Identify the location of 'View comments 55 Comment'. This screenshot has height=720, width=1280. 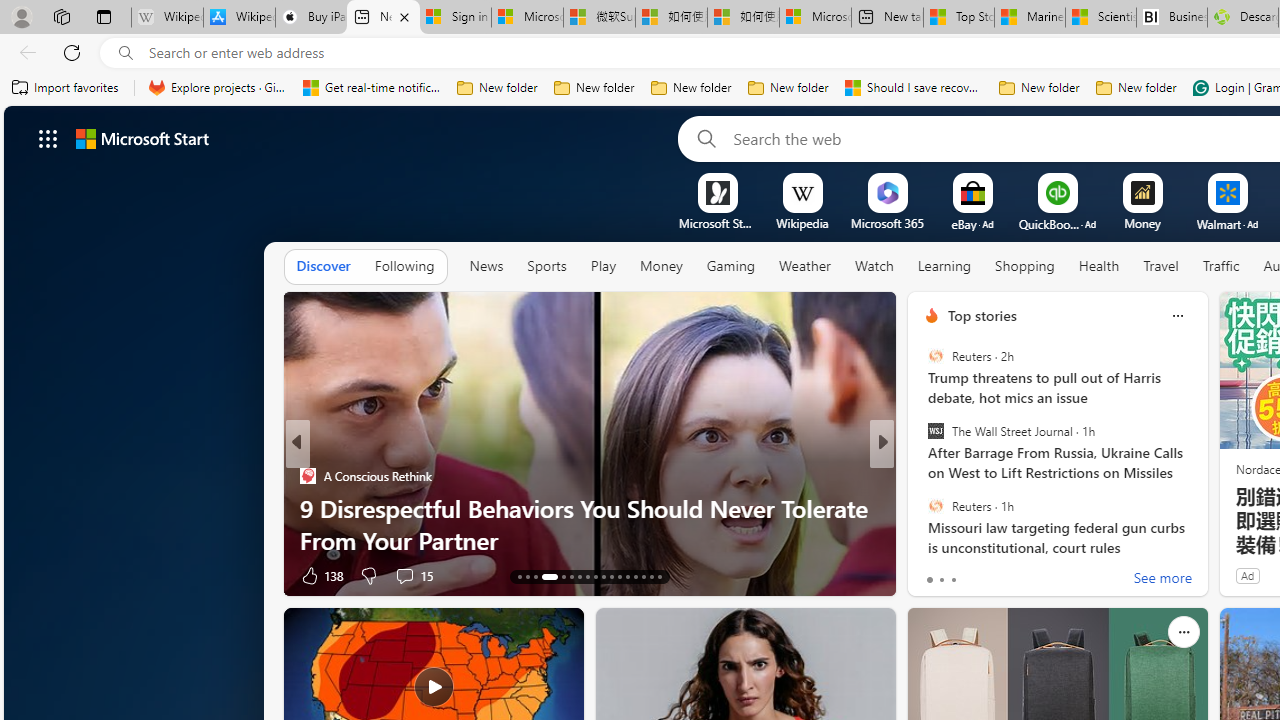
(1020, 575).